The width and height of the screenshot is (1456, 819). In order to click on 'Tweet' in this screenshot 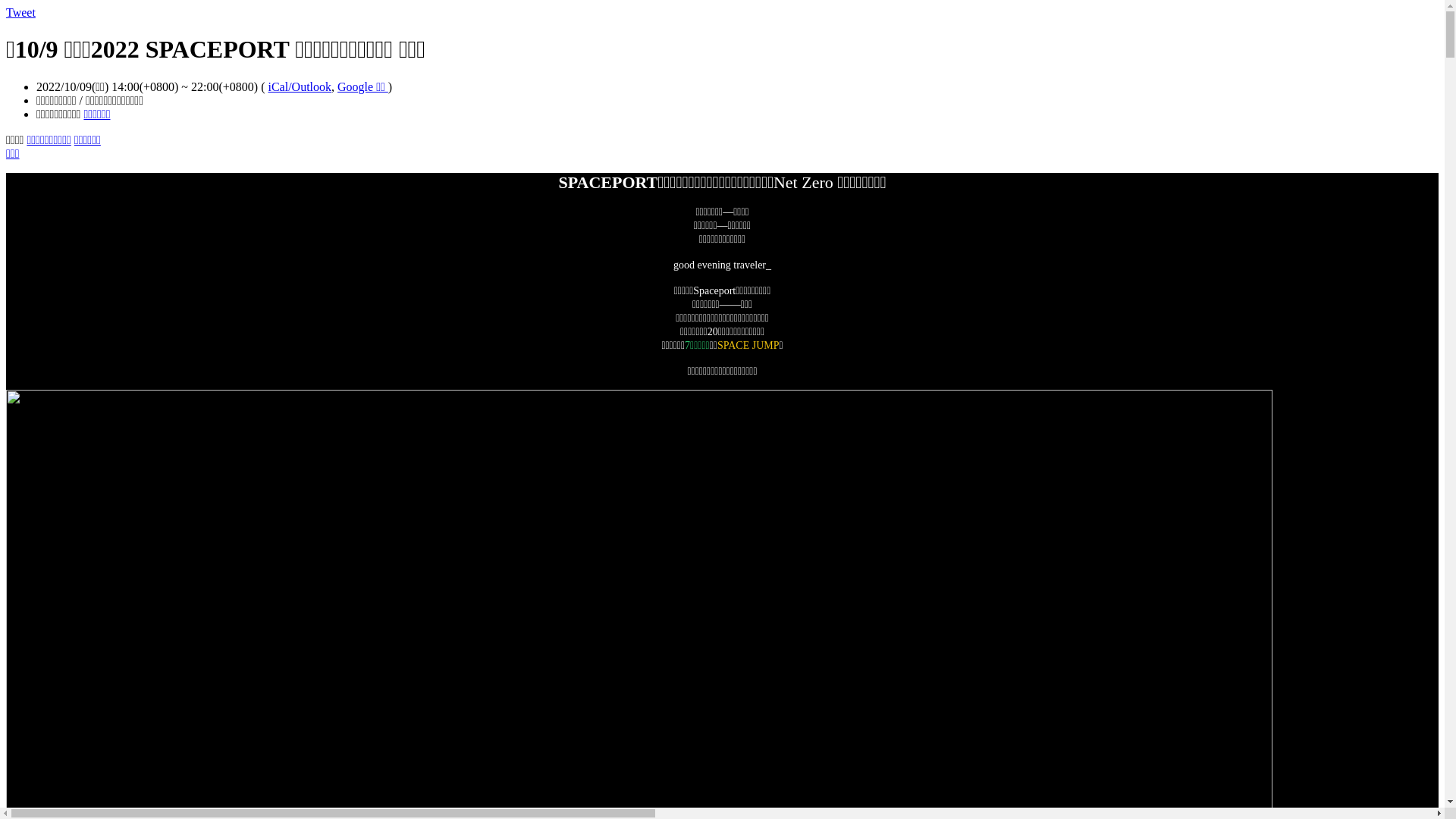, I will do `click(6, 12)`.